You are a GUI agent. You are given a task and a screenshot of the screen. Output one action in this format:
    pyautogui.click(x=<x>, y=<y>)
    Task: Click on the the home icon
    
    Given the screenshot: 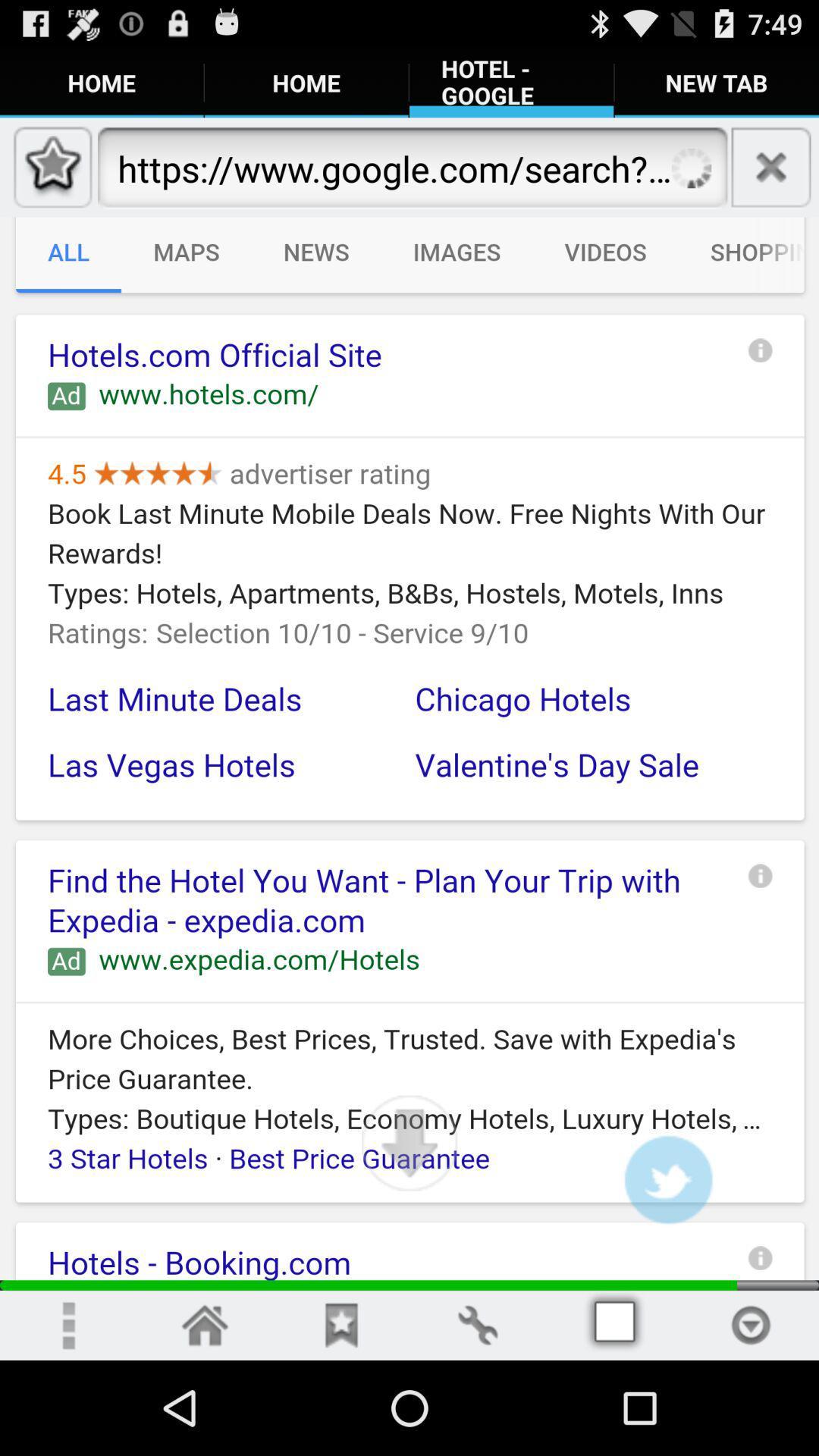 What is the action you would take?
    pyautogui.click(x=205, y=1417)
    